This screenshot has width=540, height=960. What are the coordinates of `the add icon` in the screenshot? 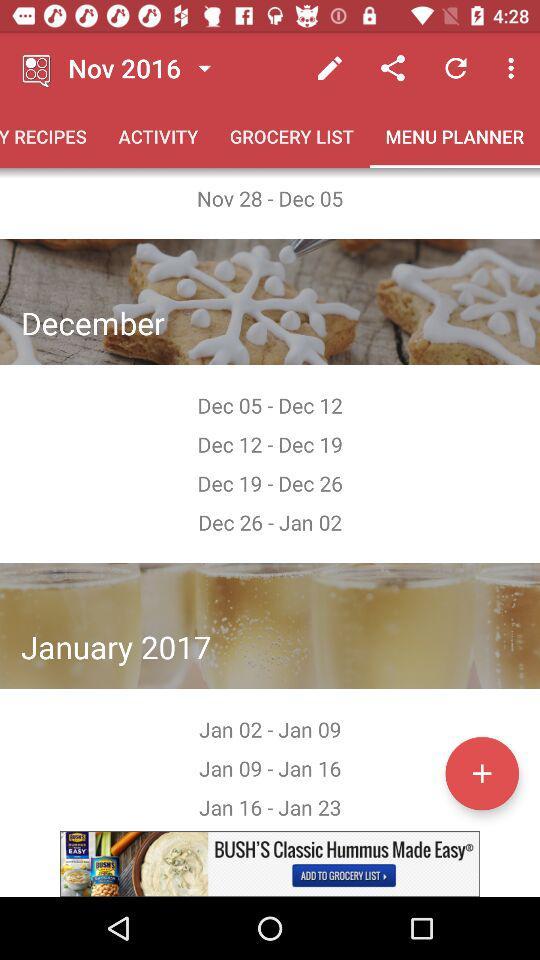 It's located at (481, 772).